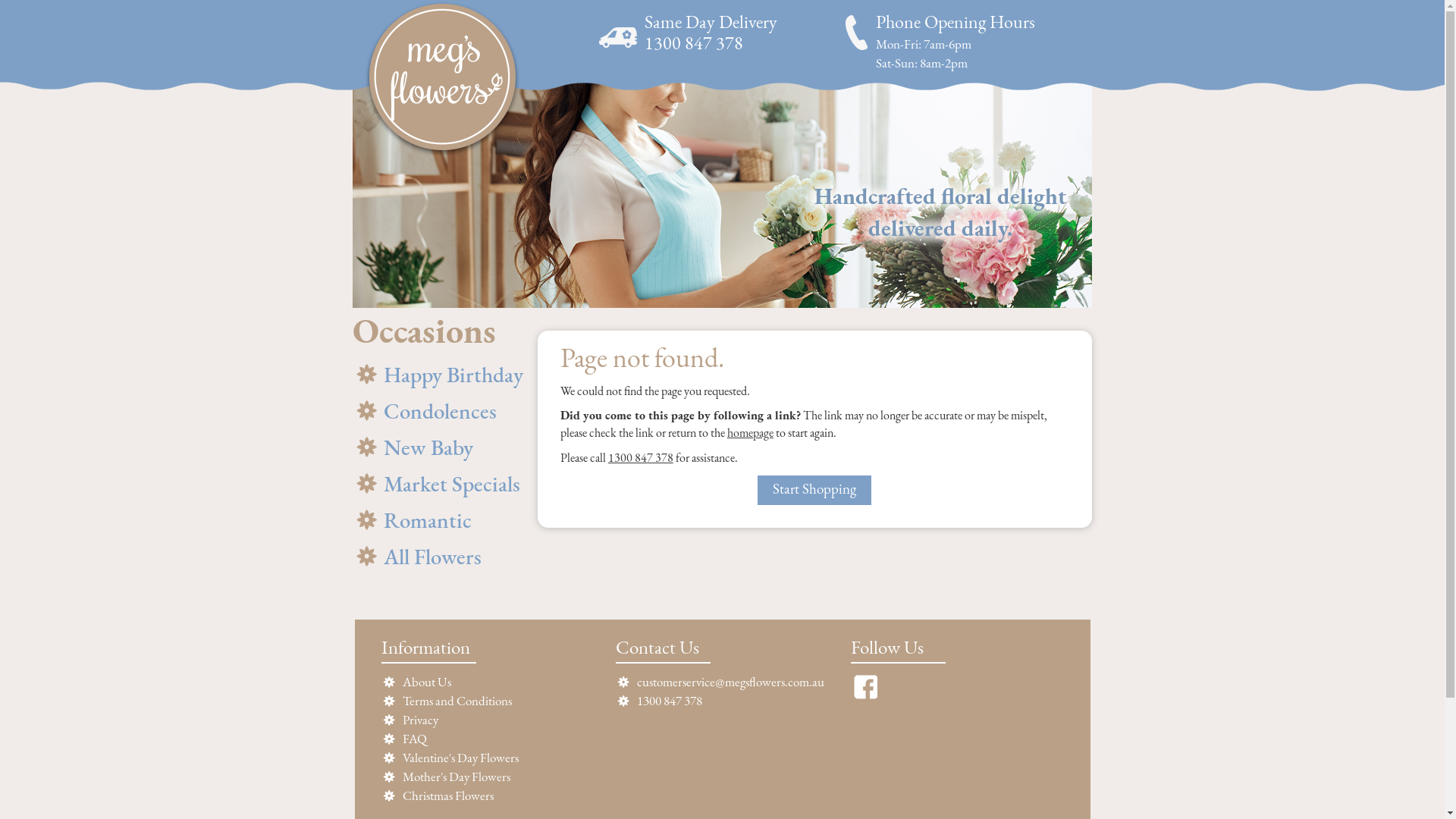 Image resolution: width=1456 pixels, height=819 pixels. I want to click on 'All Flowers', so click(438, 557).